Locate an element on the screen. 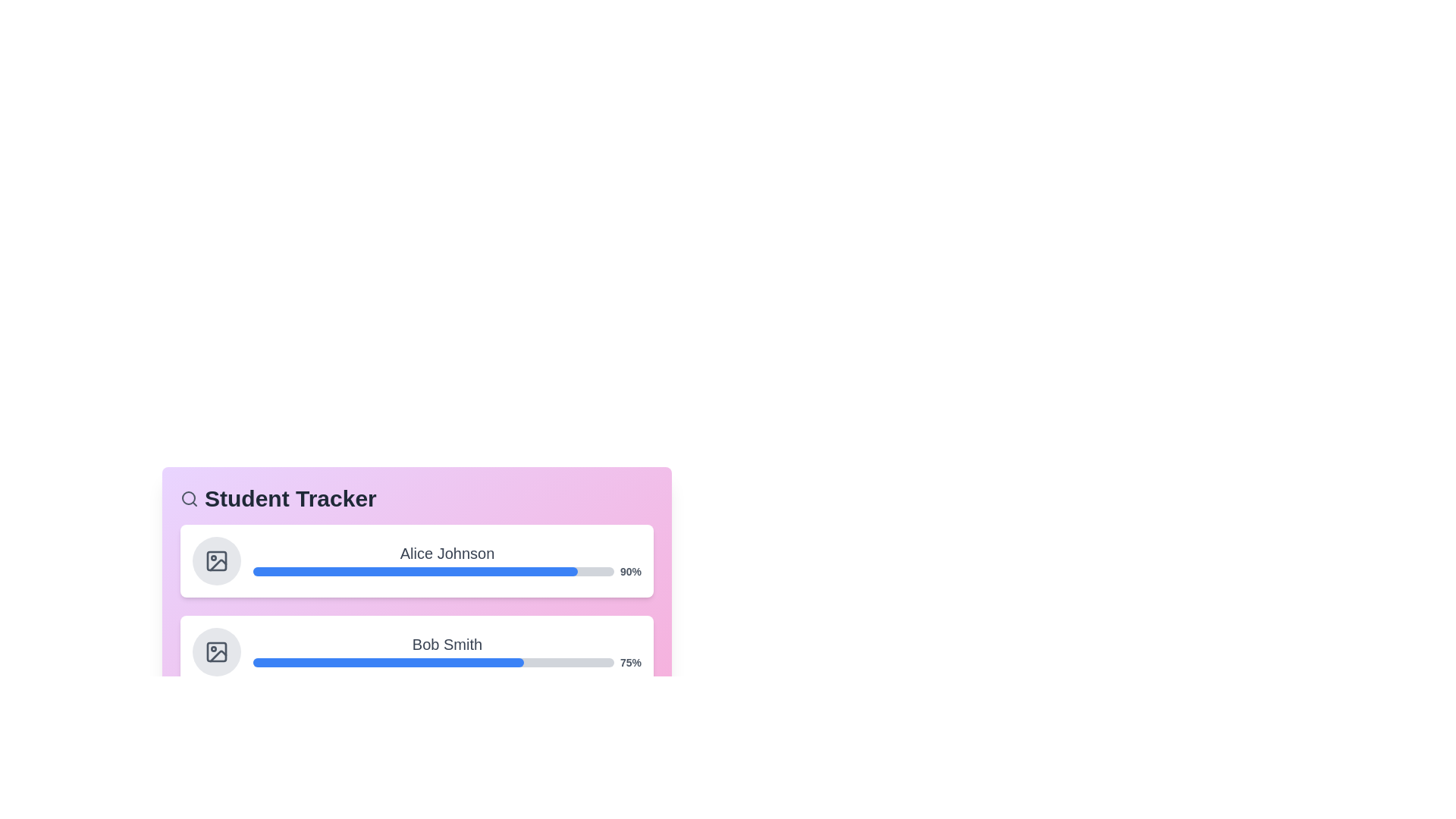  the progress bar of Bob Smith to view additional information is located at coordinates (432, 662).